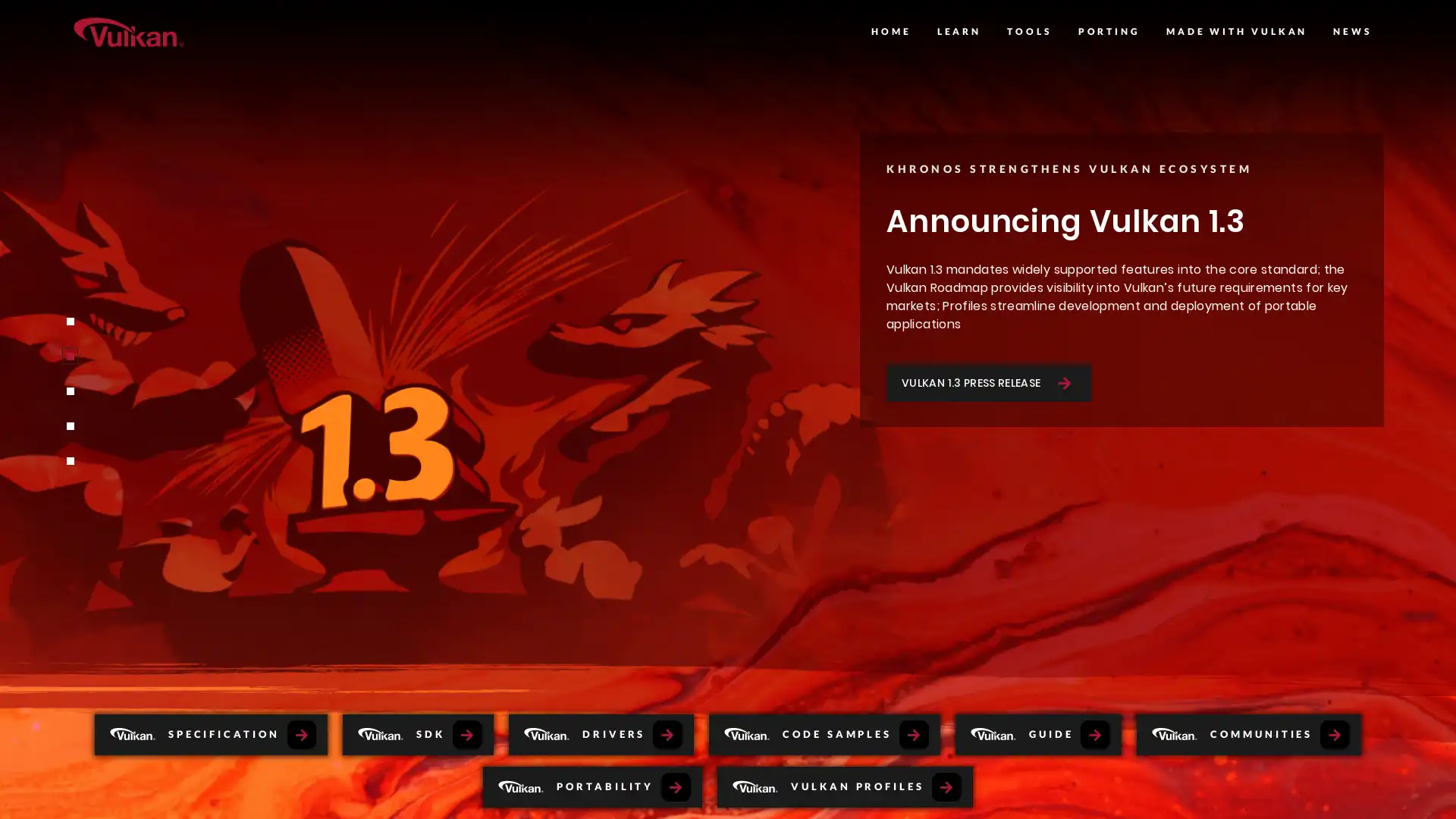 The height and width of the screenshot is (819, 1456). What do you see at coordinates (68, 460) in the screenshot?
I see `5` at bounding box center [68, 460].